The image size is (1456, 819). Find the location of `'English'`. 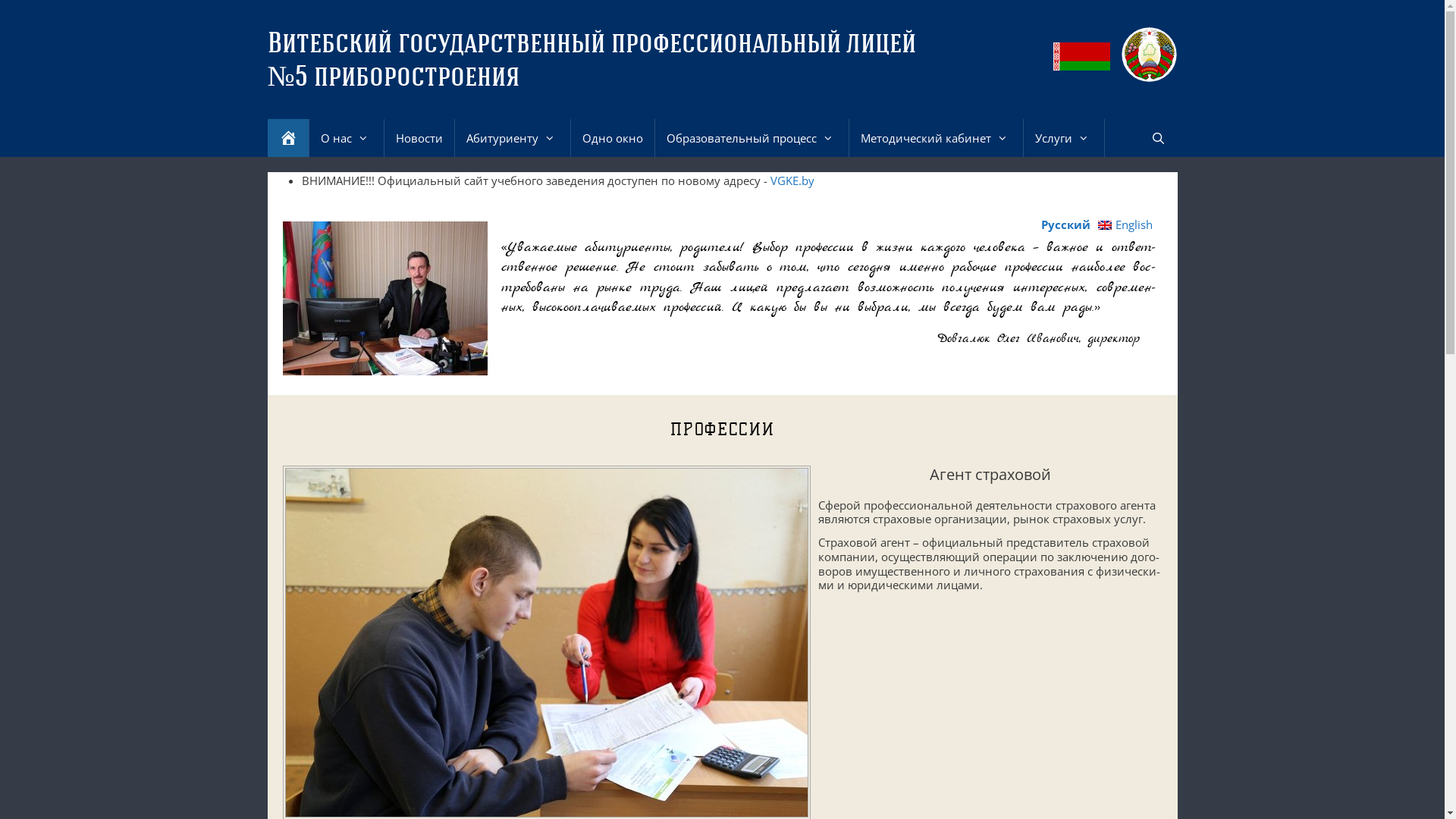

'English' is located at coordinates (1125, 224).